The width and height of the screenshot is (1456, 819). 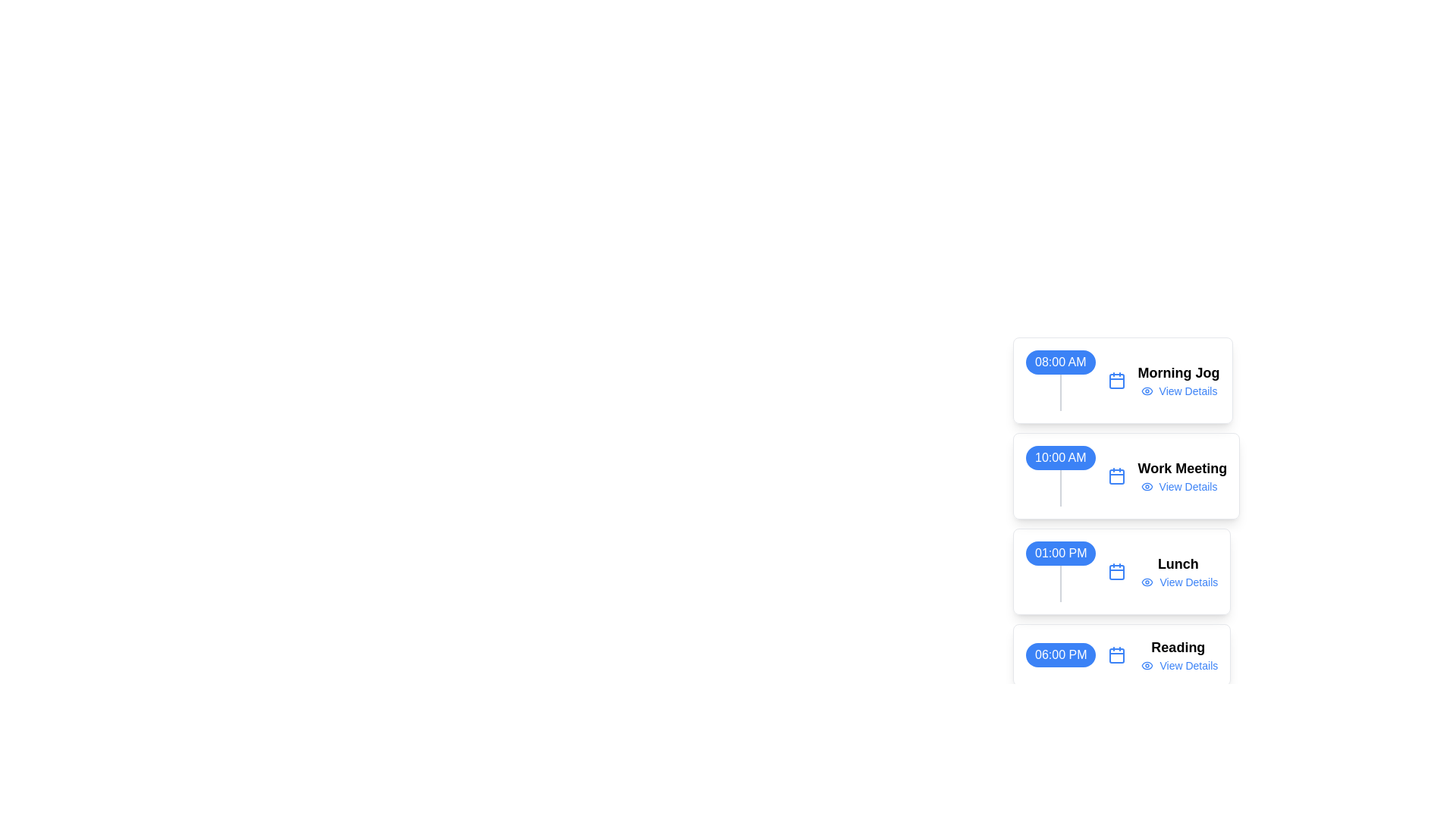 I want to click on the blue capsule-shaped button labeled '10:00 AM', which is the second time marker in the event schedule, so click(x=1059, y=475).